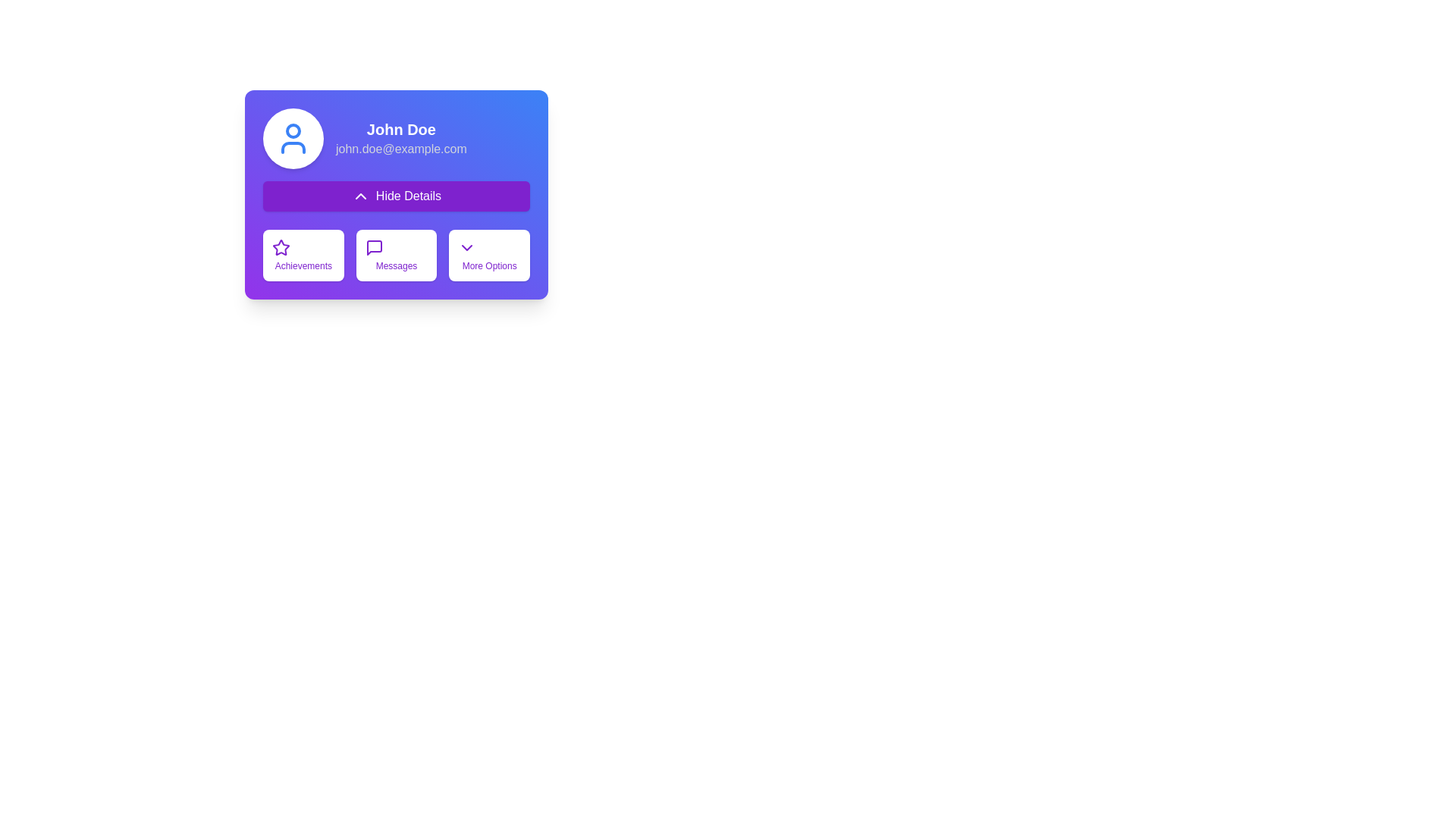 The height and width of the screenshot is (819, 1456). I want to click on the speech bubble icon within the 'Messages' button, which is centrally located in the second row of the card, so click(374, 247).